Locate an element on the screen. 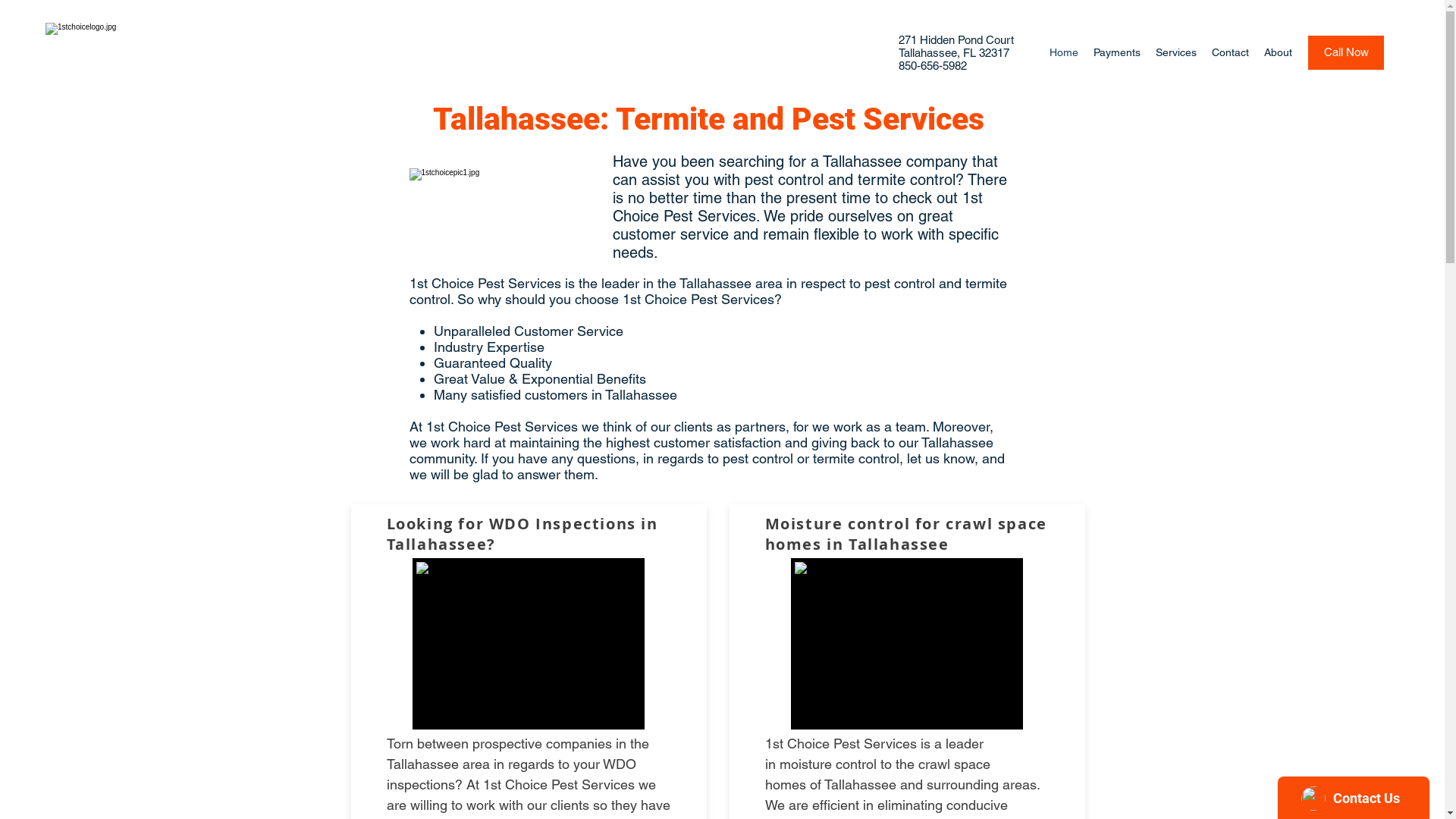 This screenshot has height=819, width=1456. 'Payments' is located at coordinates (1117, 52).